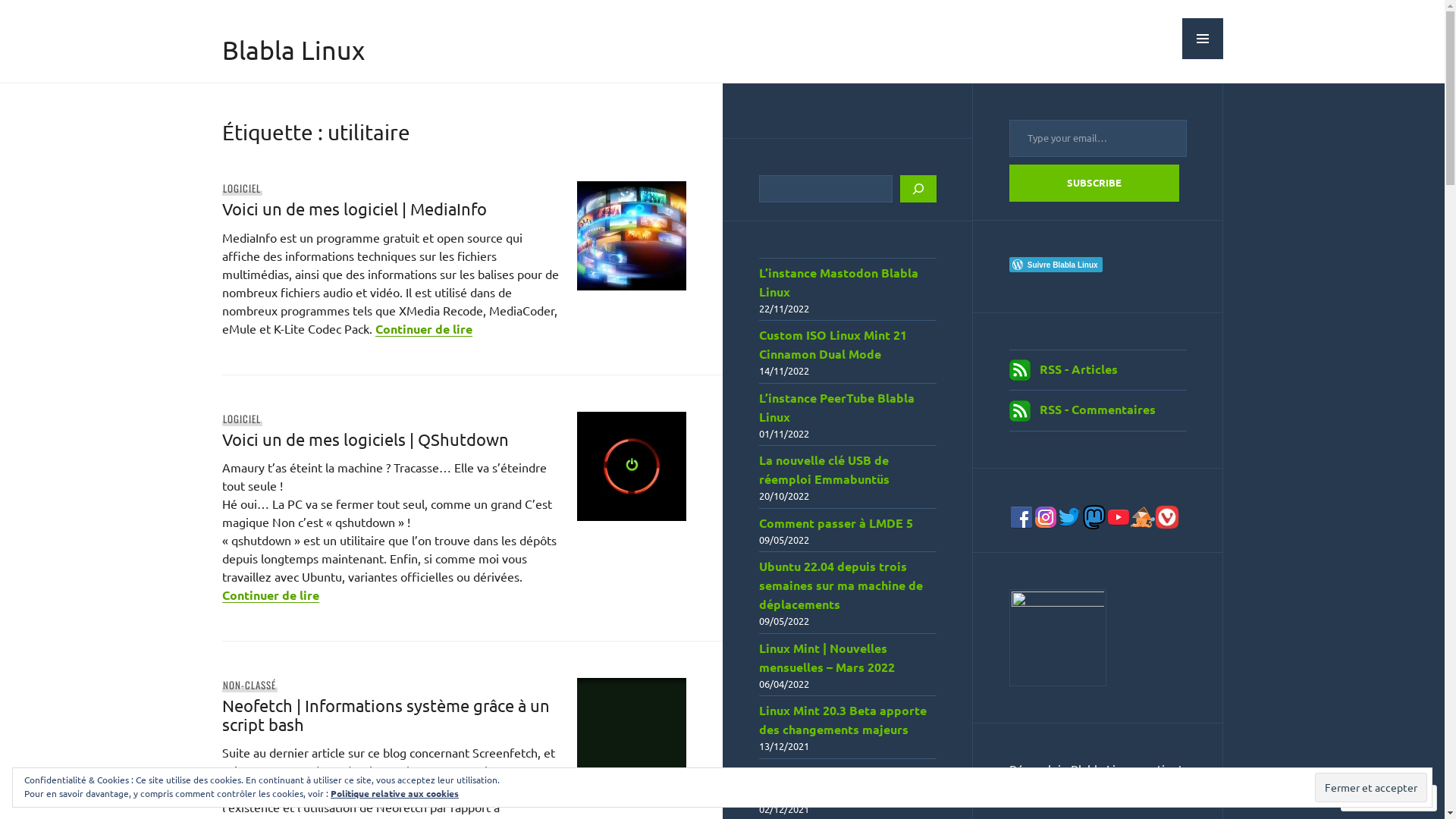 This screenshot has height=819, width=1456. I want to click on 'Politique relative aux cookies', so click(394, 792).